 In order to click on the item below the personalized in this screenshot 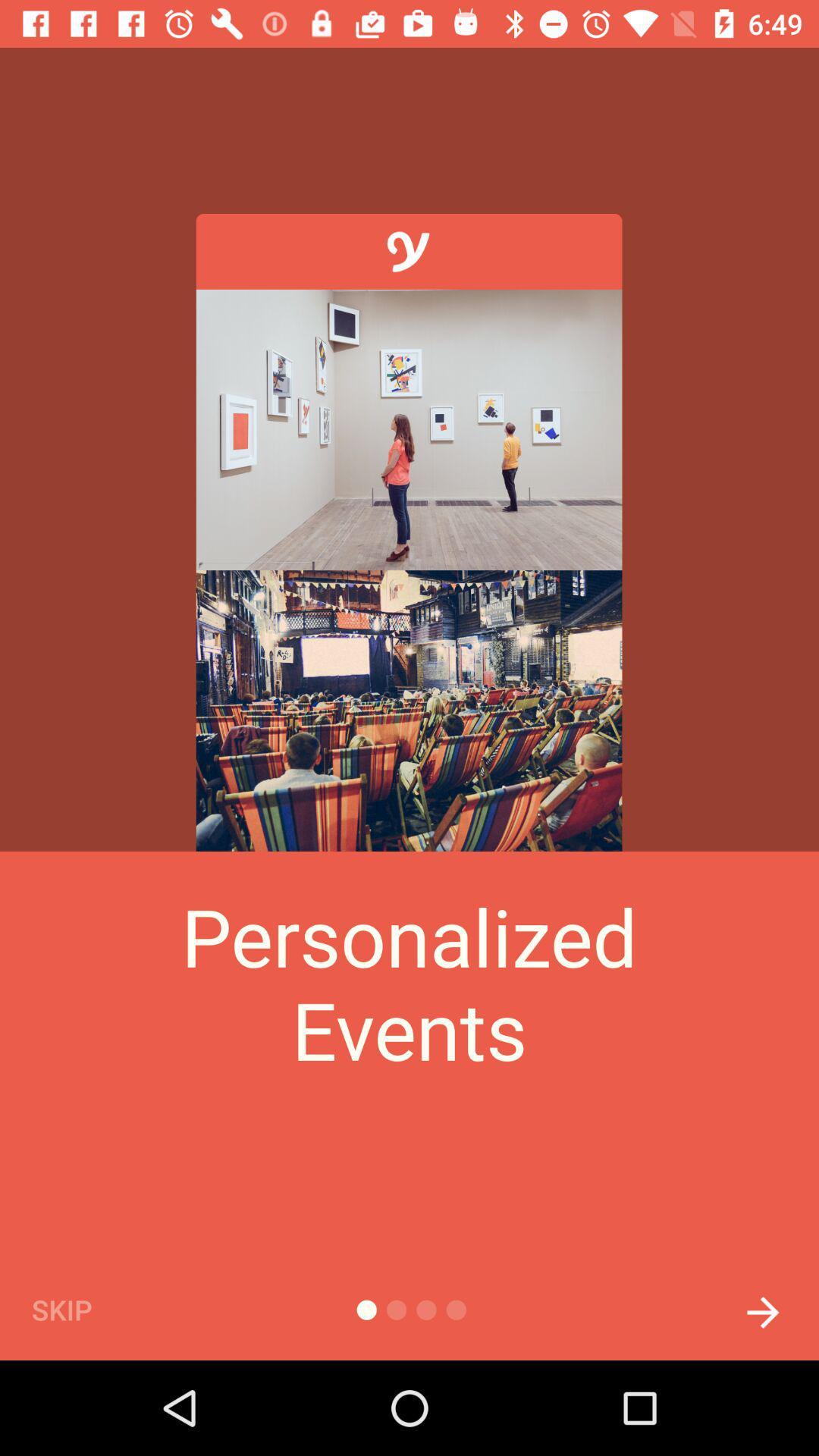, I will do `click(87, 1309)`.